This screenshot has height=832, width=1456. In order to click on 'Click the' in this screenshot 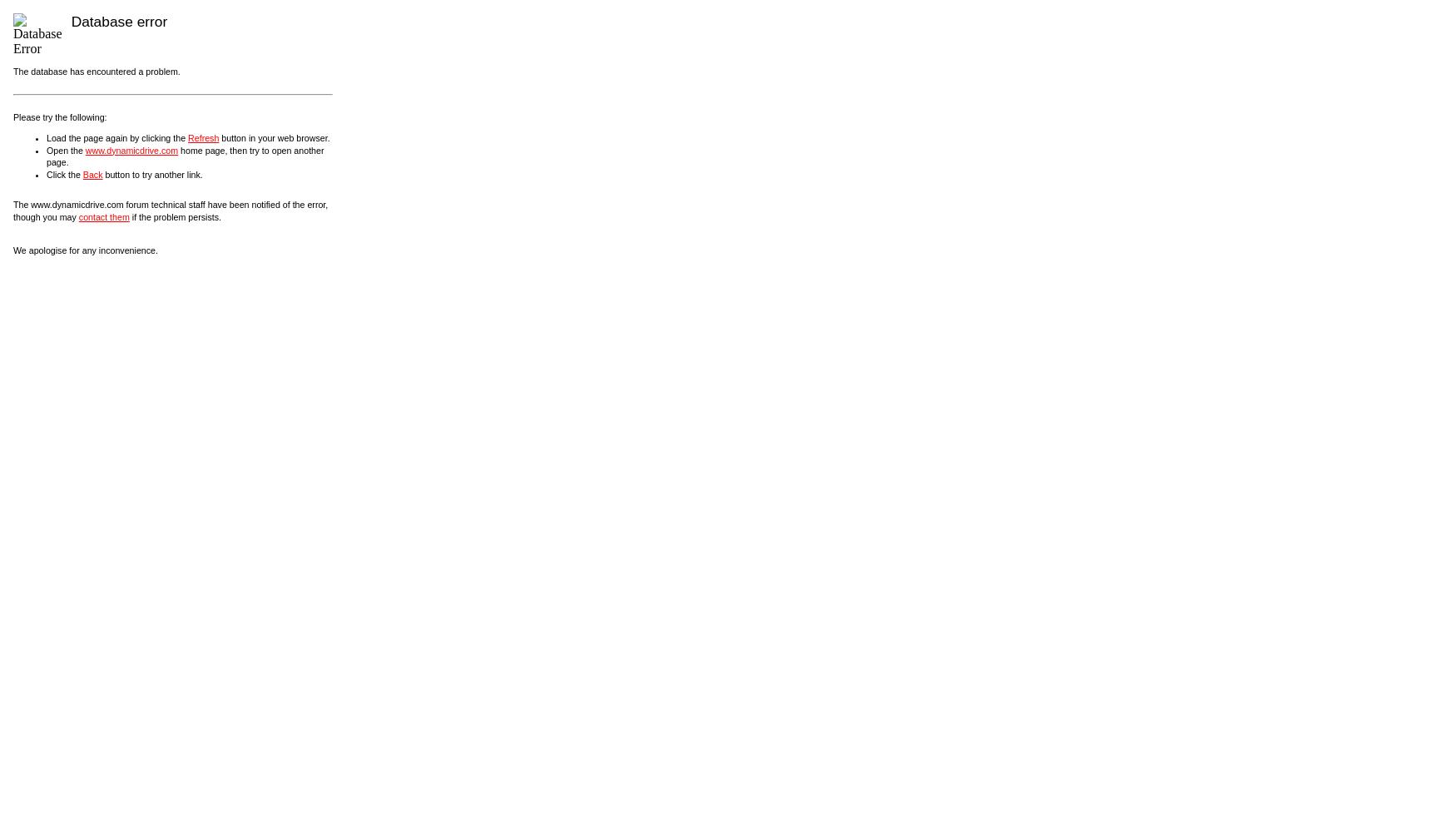, I will do `click(46, 173)`.